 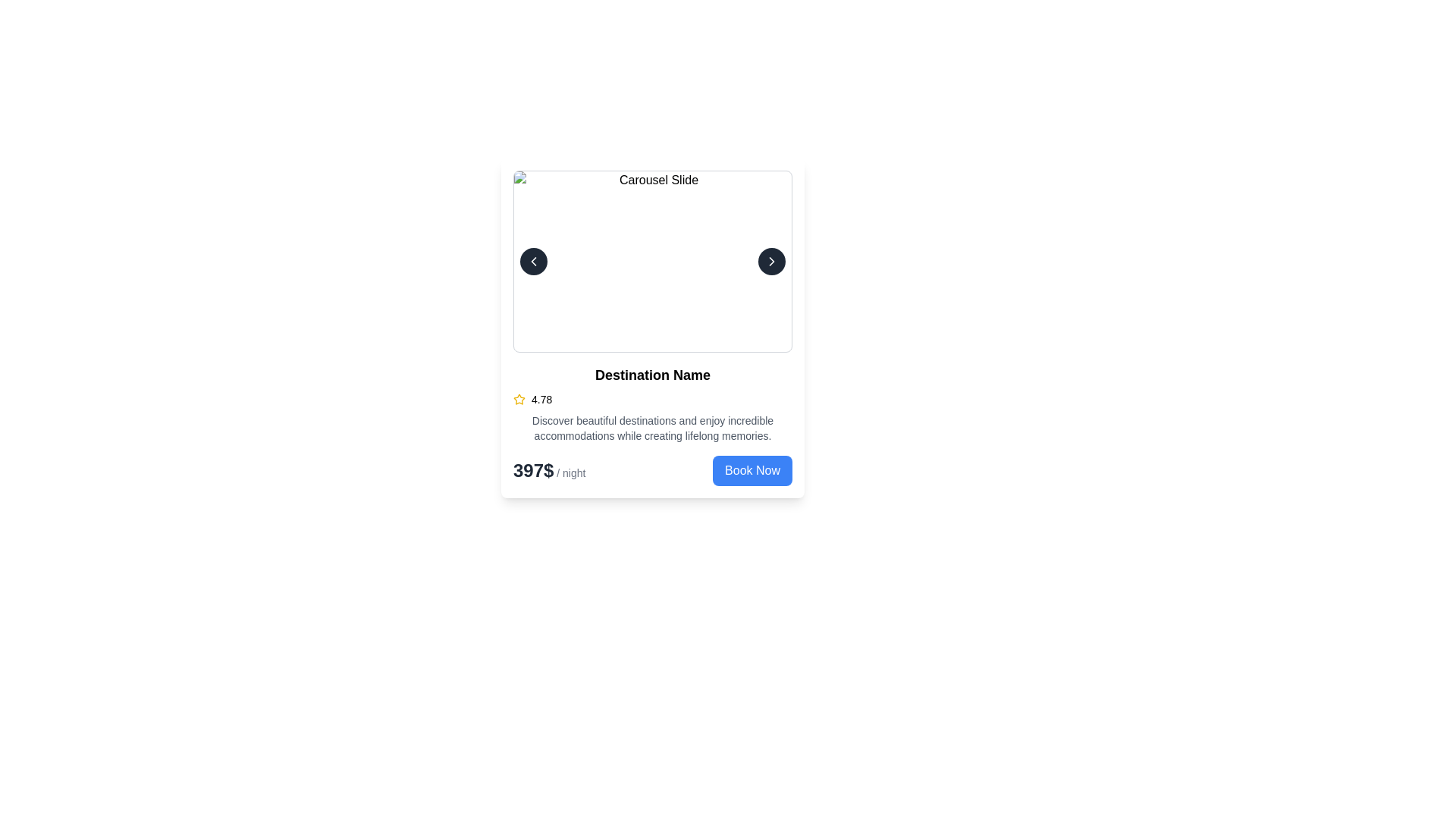 I want to click on displayed text from the Text Label that indicates the cost per night of the accommodation, located in the bottom-left corner of the card, below the descriptive text and preceding the 'Book Now' button, so click(x=548, y=470).